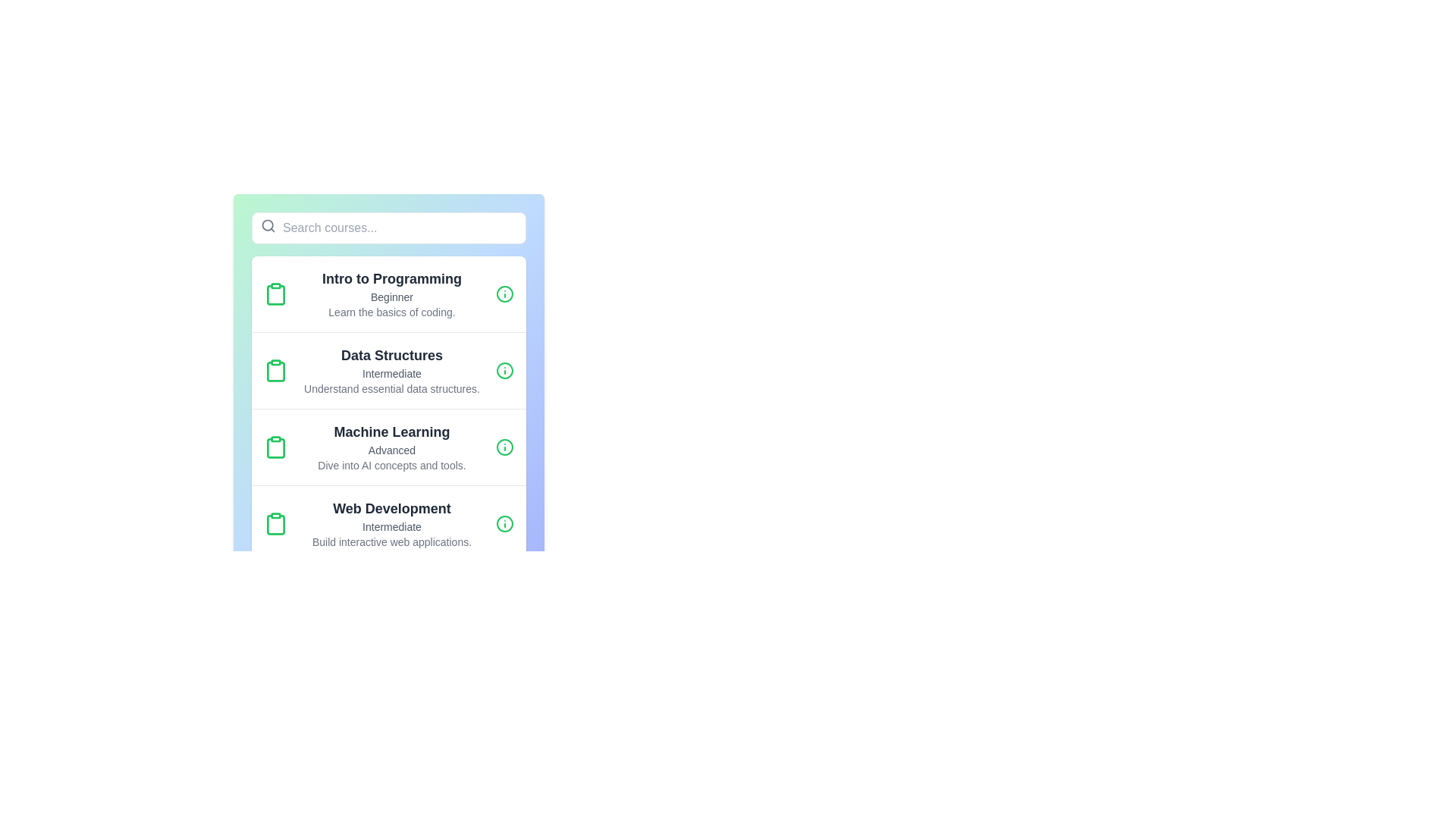  I want to click on the green clipboard icon associated with the 'Intro to Programming' course, which is located to the left of the course title in a vertical list, so click(276, 295).